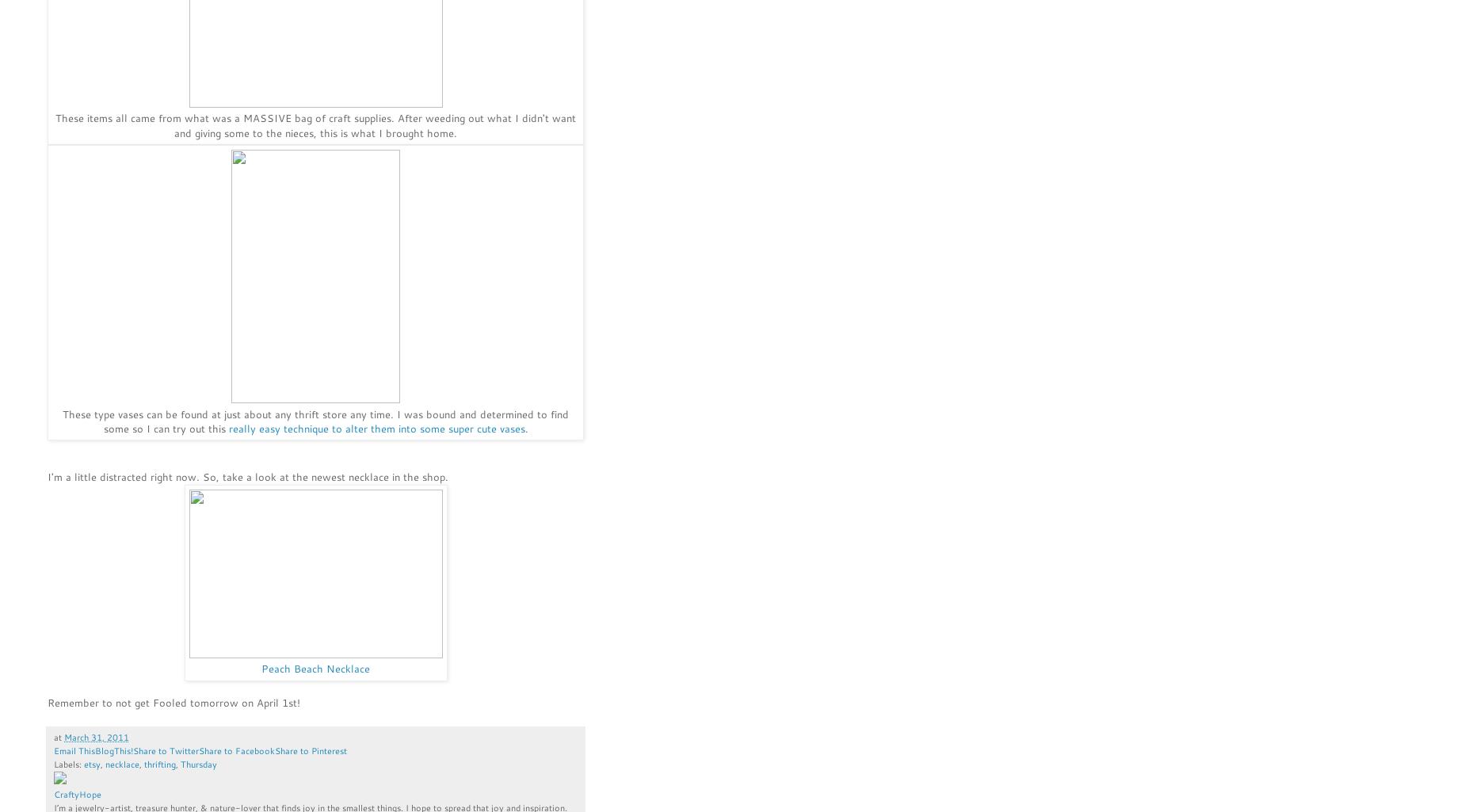 The image size is (1472, 812). Describe the element at coordinates (95, 750) in the screenshot. I see `'BlogThis!'` at that location.